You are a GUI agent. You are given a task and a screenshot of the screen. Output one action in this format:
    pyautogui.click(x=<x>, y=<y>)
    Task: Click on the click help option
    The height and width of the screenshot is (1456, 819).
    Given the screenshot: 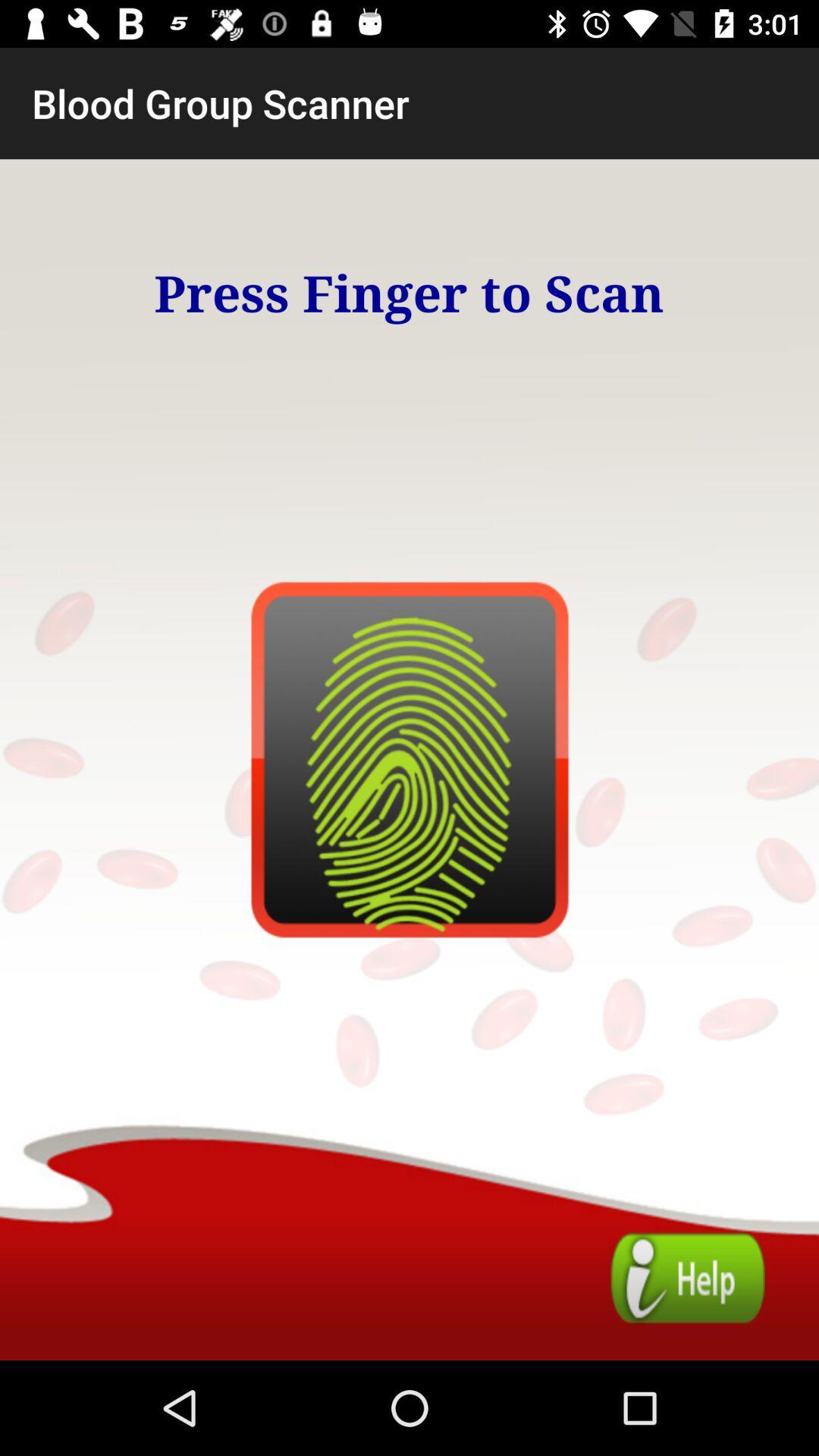 What is the action you would take?
    pyautogui.click(x=688, y=1277)
    